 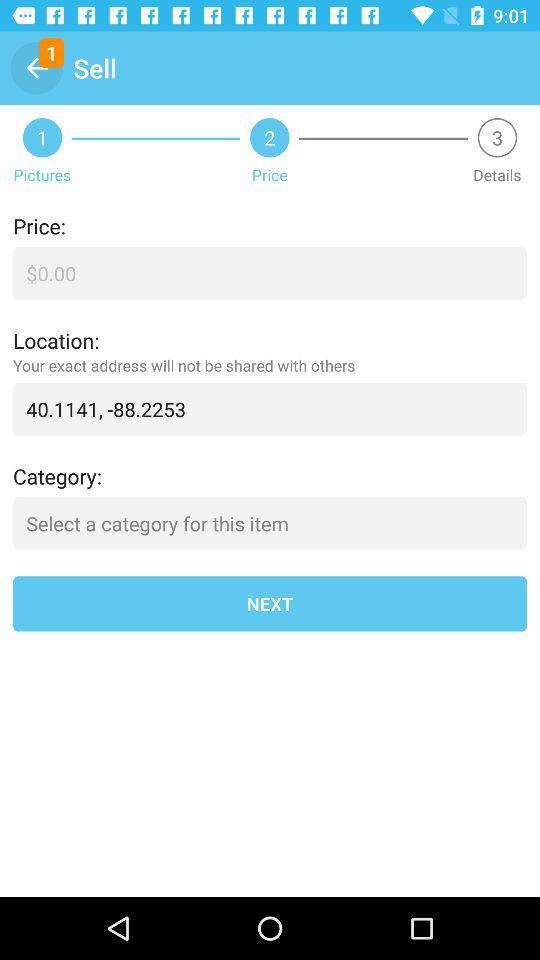 I want to click on 40 1141 88, so click(x=270, y=408).